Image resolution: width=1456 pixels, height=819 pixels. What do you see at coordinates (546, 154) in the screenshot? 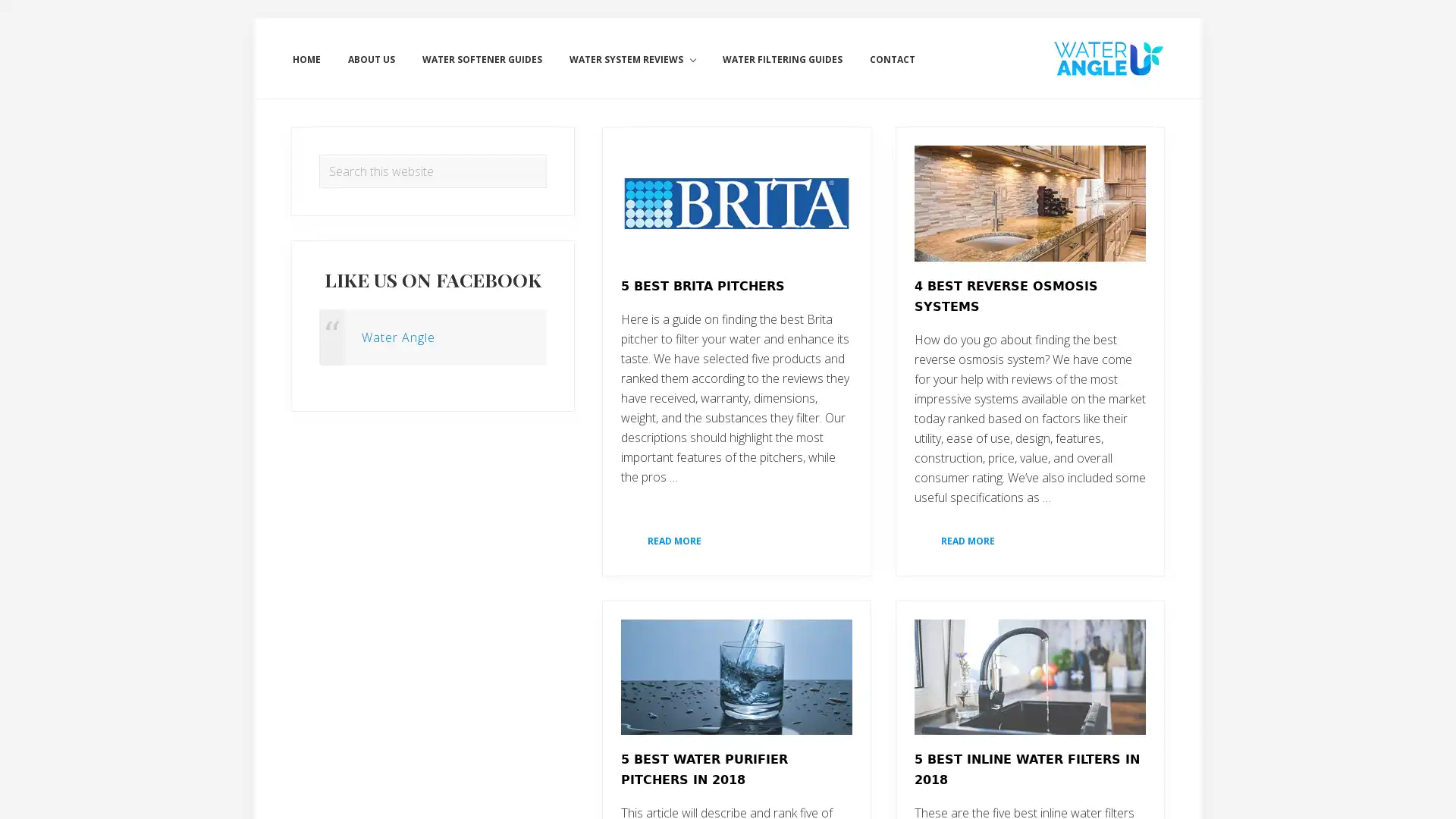
I see `Search` at bounding box center [546, 154].